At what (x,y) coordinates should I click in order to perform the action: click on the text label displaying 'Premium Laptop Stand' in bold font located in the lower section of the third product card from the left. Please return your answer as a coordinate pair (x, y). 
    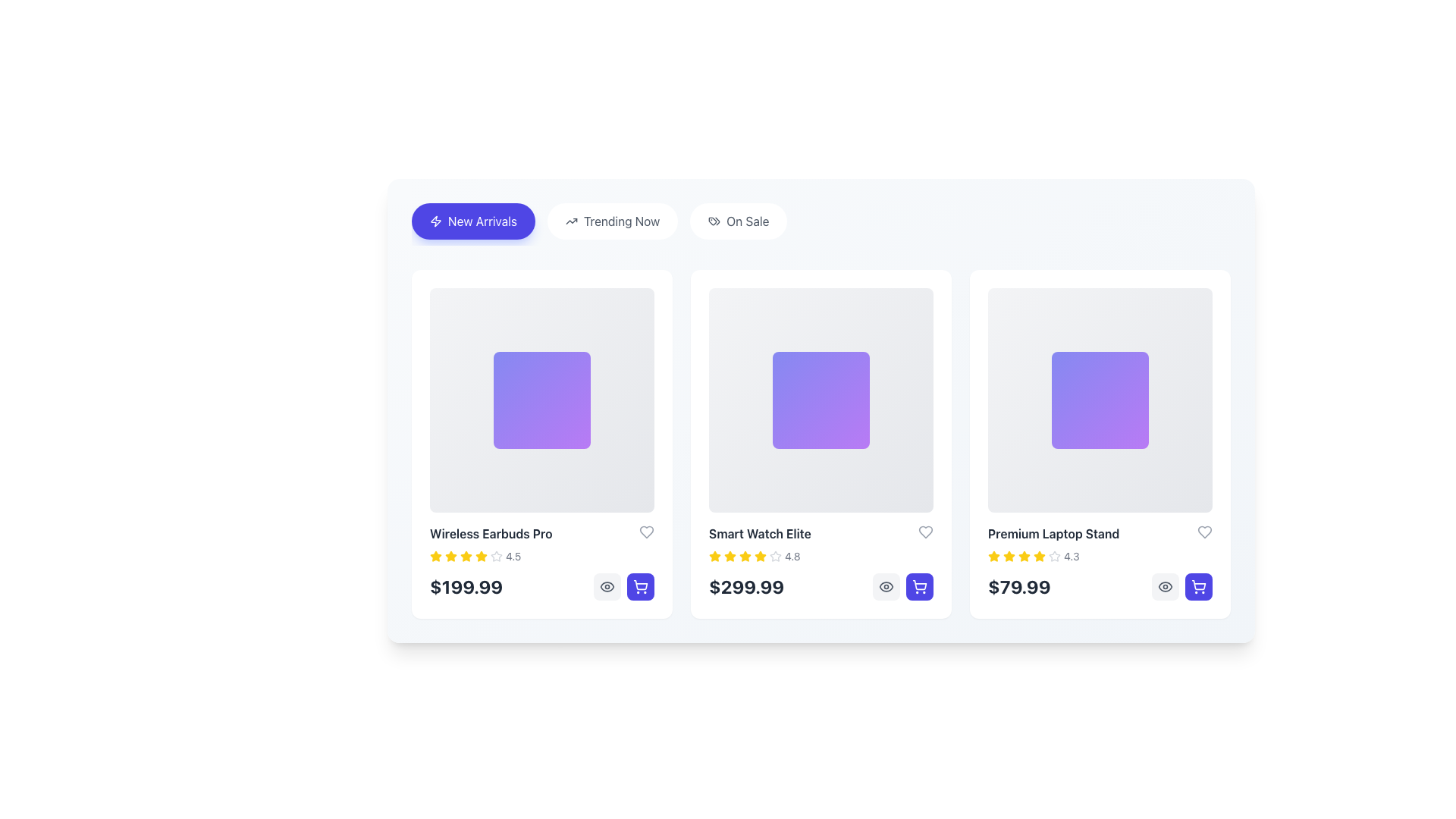
    Looking at the image, I should click on (1053, 533).